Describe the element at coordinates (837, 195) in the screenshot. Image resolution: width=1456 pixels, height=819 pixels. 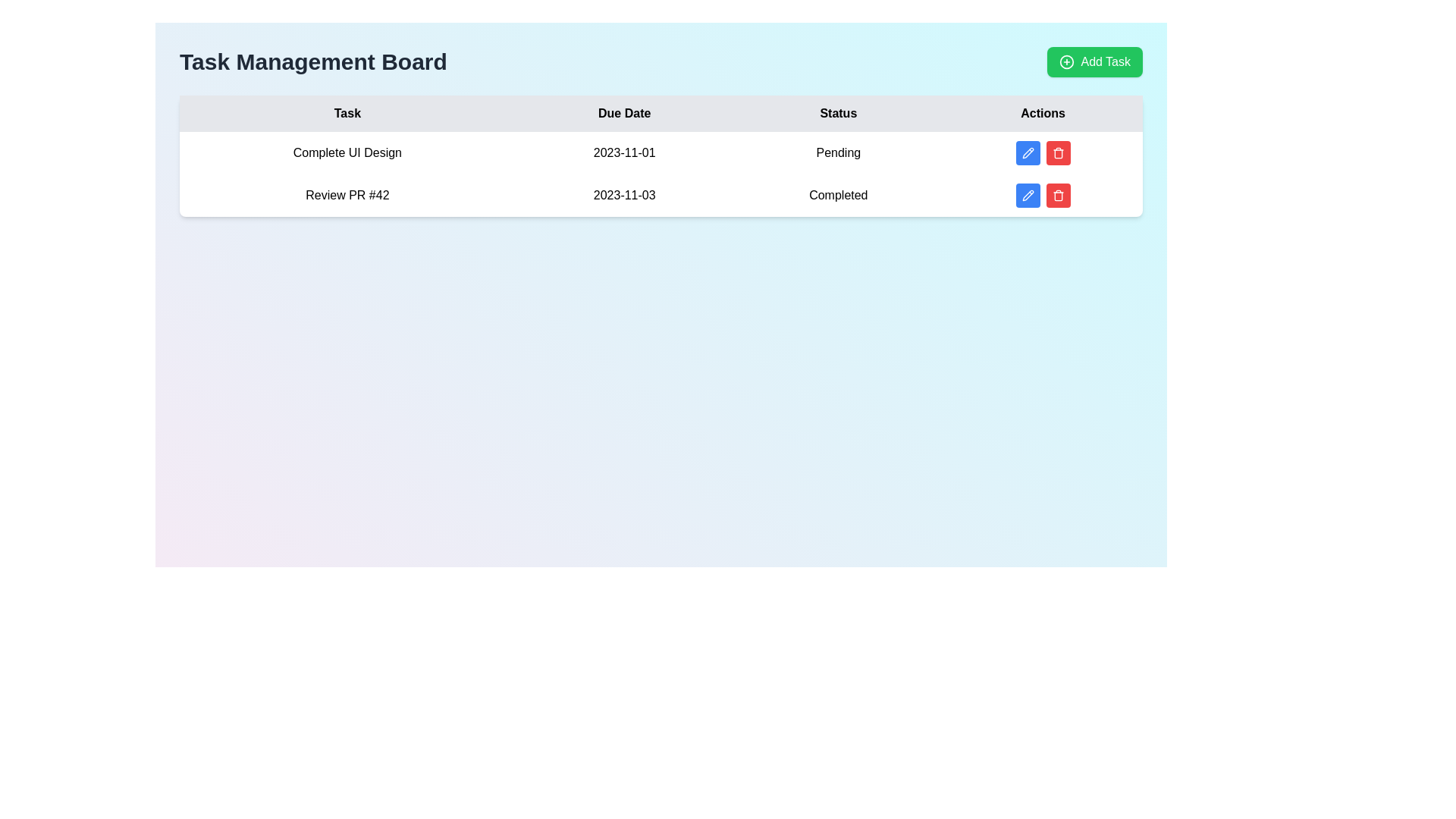
I see `the status display text label in the task management table that indicates the completion of the task 'Review PR #42'` at that location.